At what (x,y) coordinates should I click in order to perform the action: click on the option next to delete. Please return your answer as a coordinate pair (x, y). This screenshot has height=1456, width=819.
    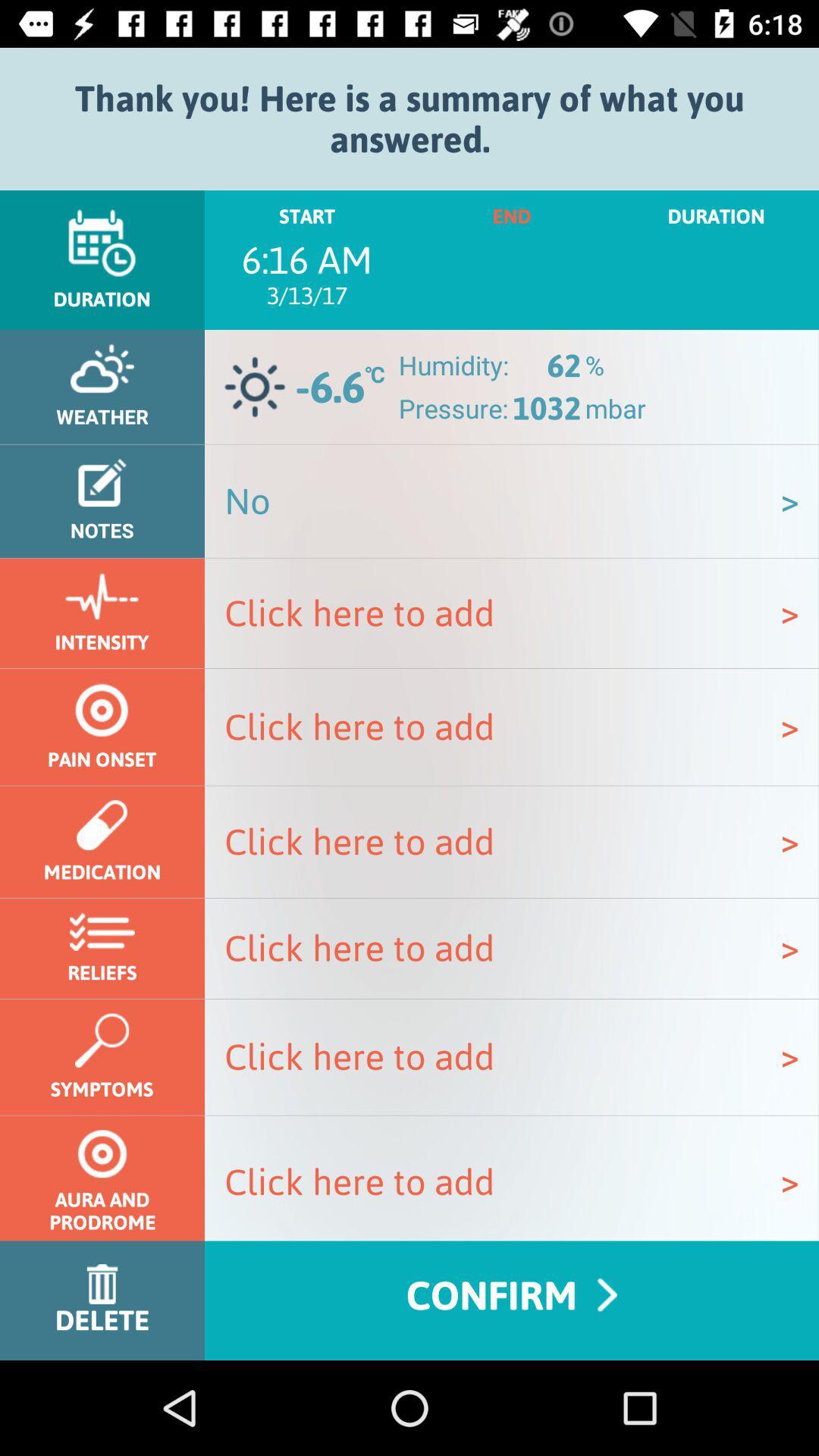
    Looking at the image, I should click on (512, 1300).